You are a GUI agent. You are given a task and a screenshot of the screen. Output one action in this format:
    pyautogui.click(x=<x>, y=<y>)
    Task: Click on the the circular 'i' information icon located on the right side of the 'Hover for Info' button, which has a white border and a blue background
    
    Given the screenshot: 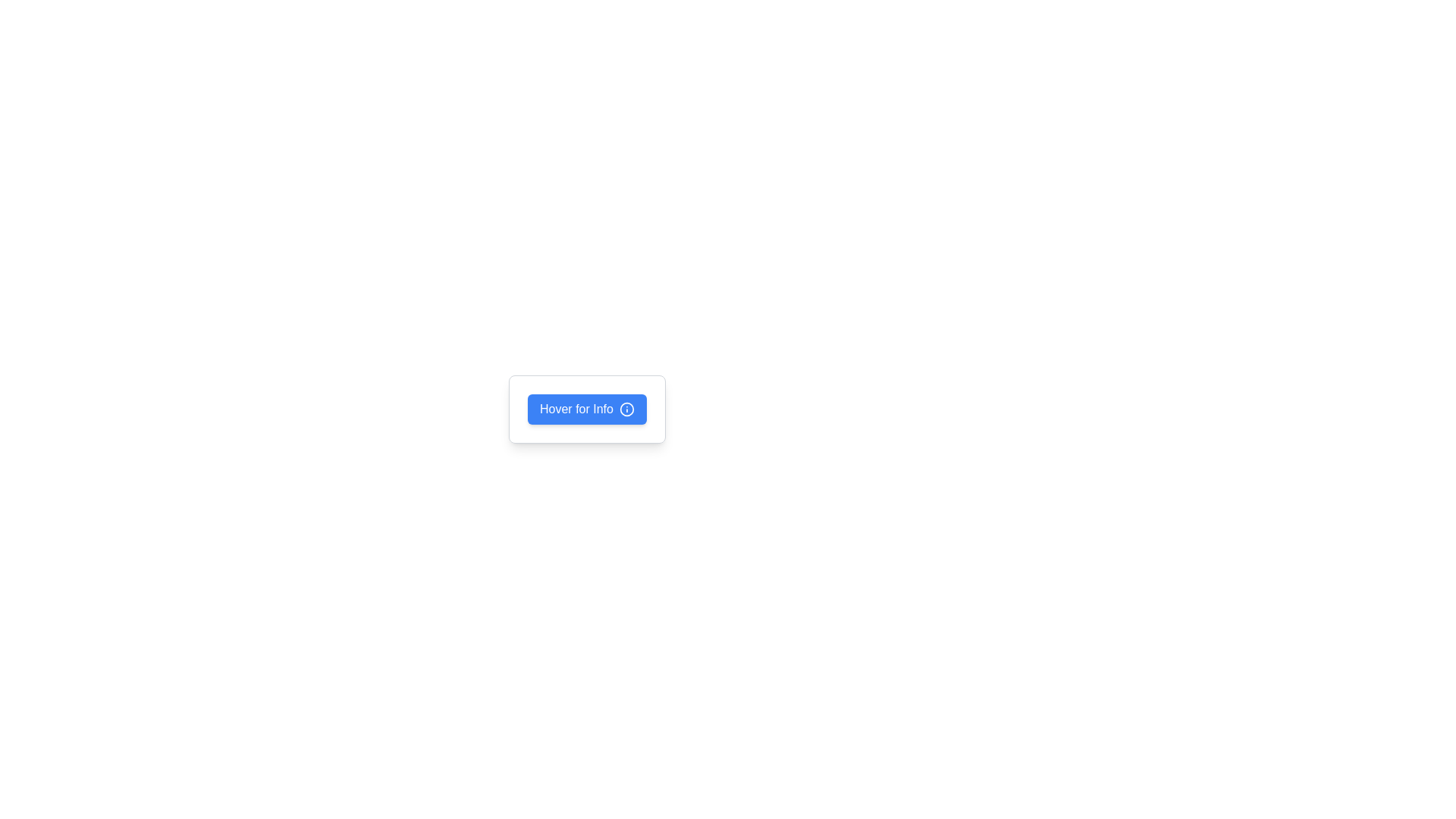 What is the action you would take?
    pyautogui.click(x=626, y=409)
    